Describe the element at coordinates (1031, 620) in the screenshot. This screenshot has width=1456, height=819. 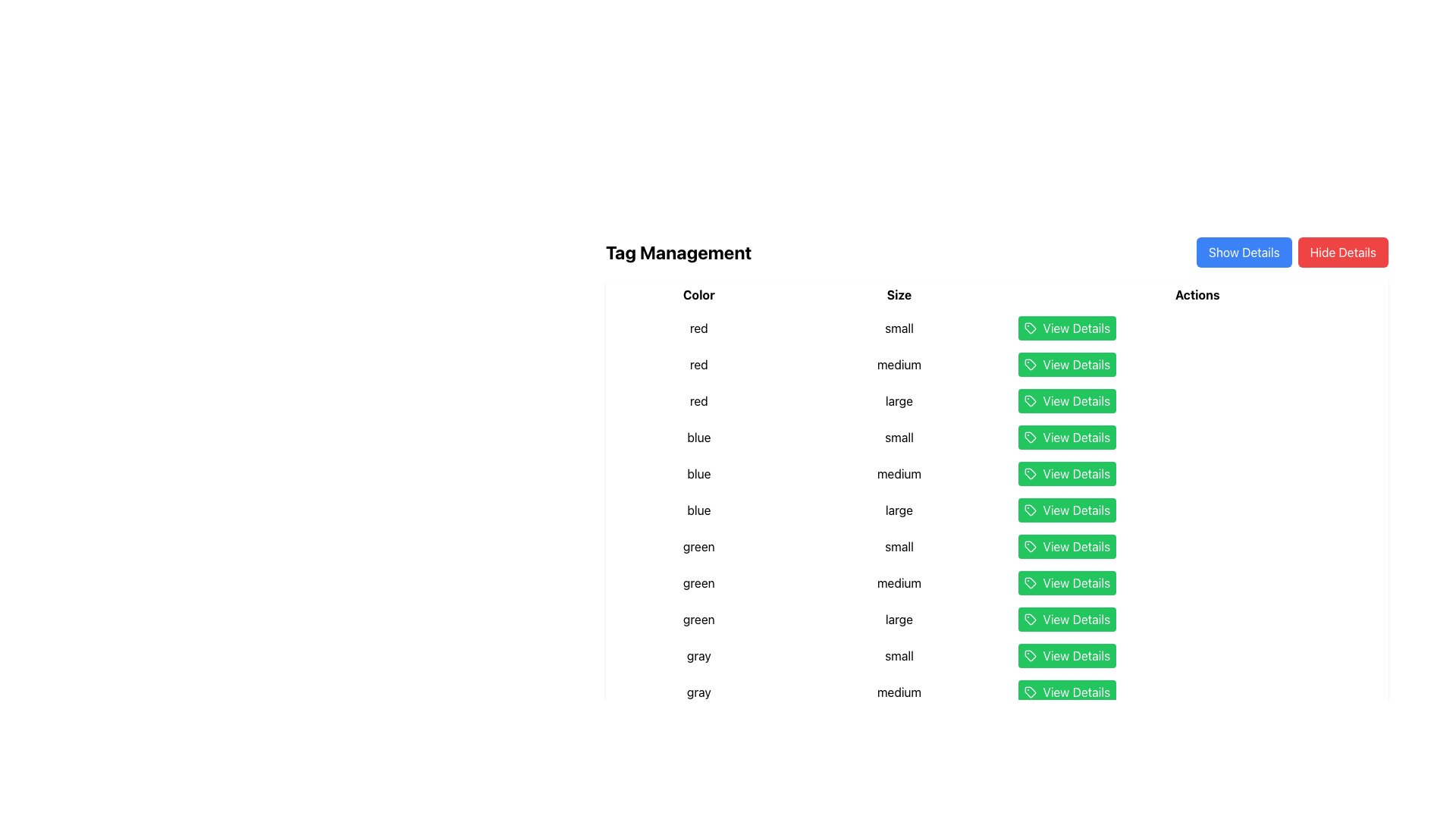
I see `the tag-shaped icon within the 'View Details' button in the last row of the table under the 'Actions' column, which is adjacent to the 'large green' row` at that location.